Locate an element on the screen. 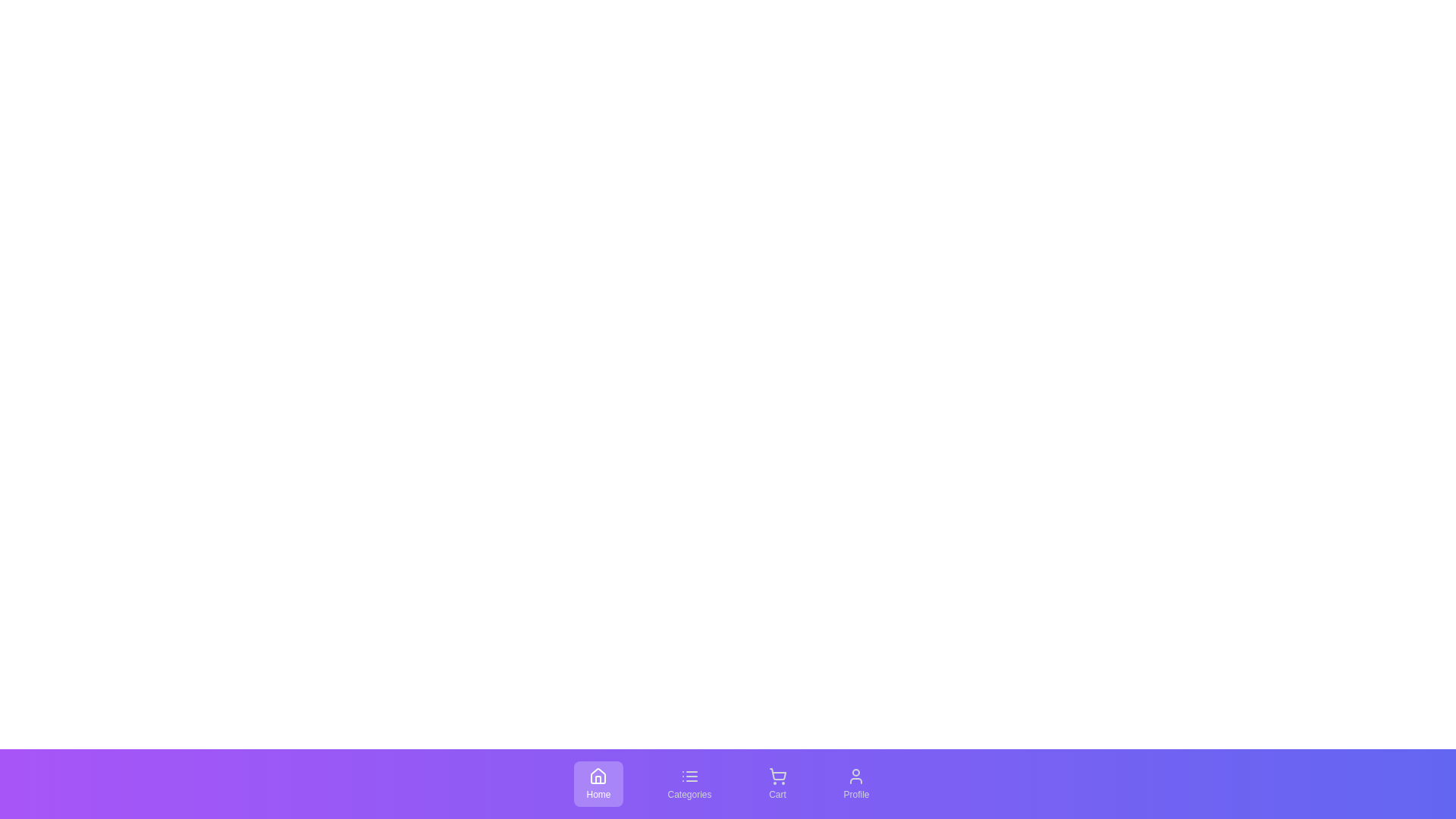 This screenshot has width=1456, height=819. the tab labeled Cart to see its hover effect is located at coordinates (777, 783).